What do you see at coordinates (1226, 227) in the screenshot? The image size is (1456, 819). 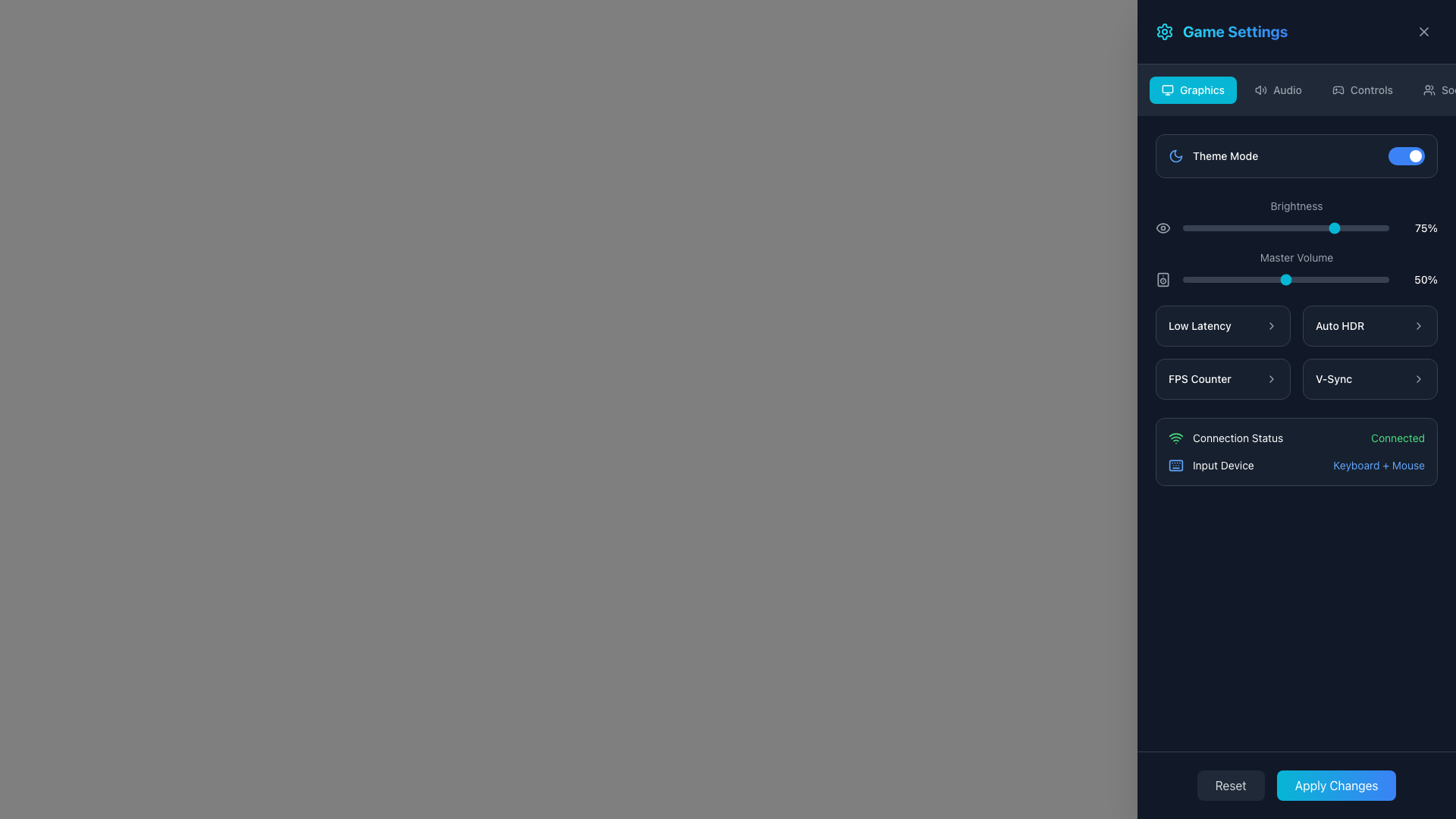 I see `the brightness` at bounding box center [1226, 227].